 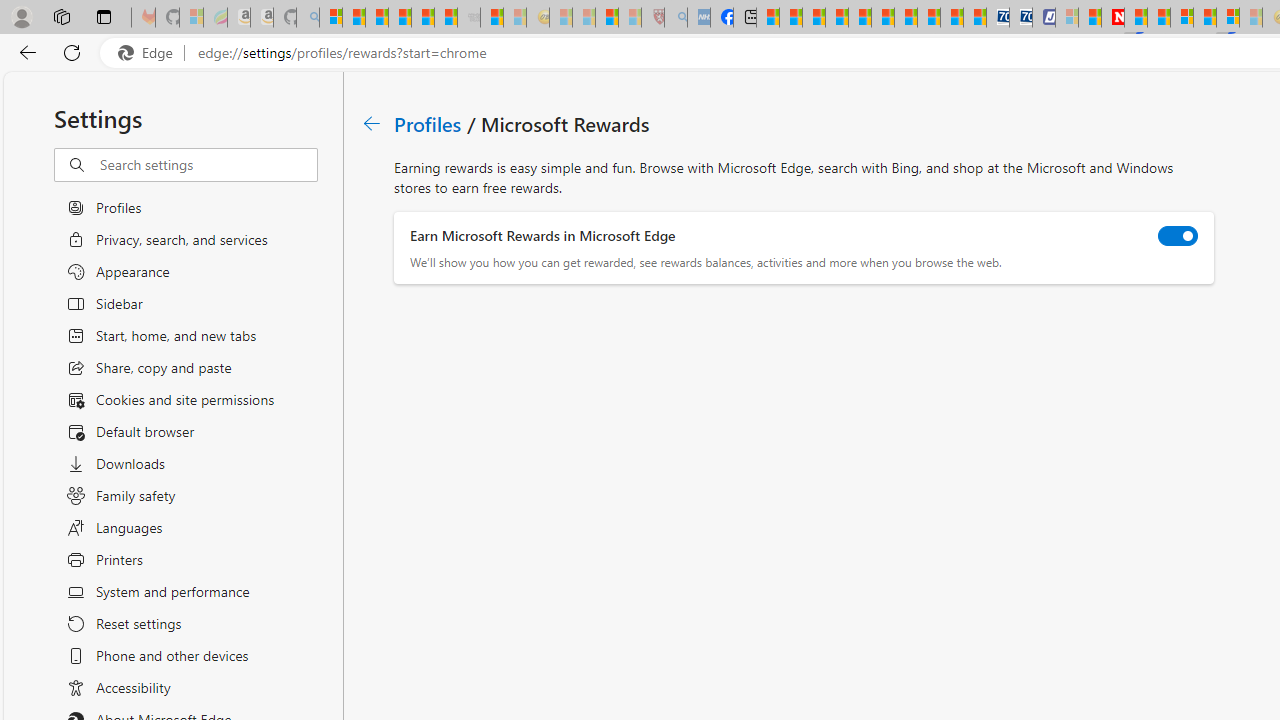 What do you see at coordinates (560, 17) in the screenshot?
I see `'Recipes - MSN - Sleeping'` at bounding box center [560, 17].